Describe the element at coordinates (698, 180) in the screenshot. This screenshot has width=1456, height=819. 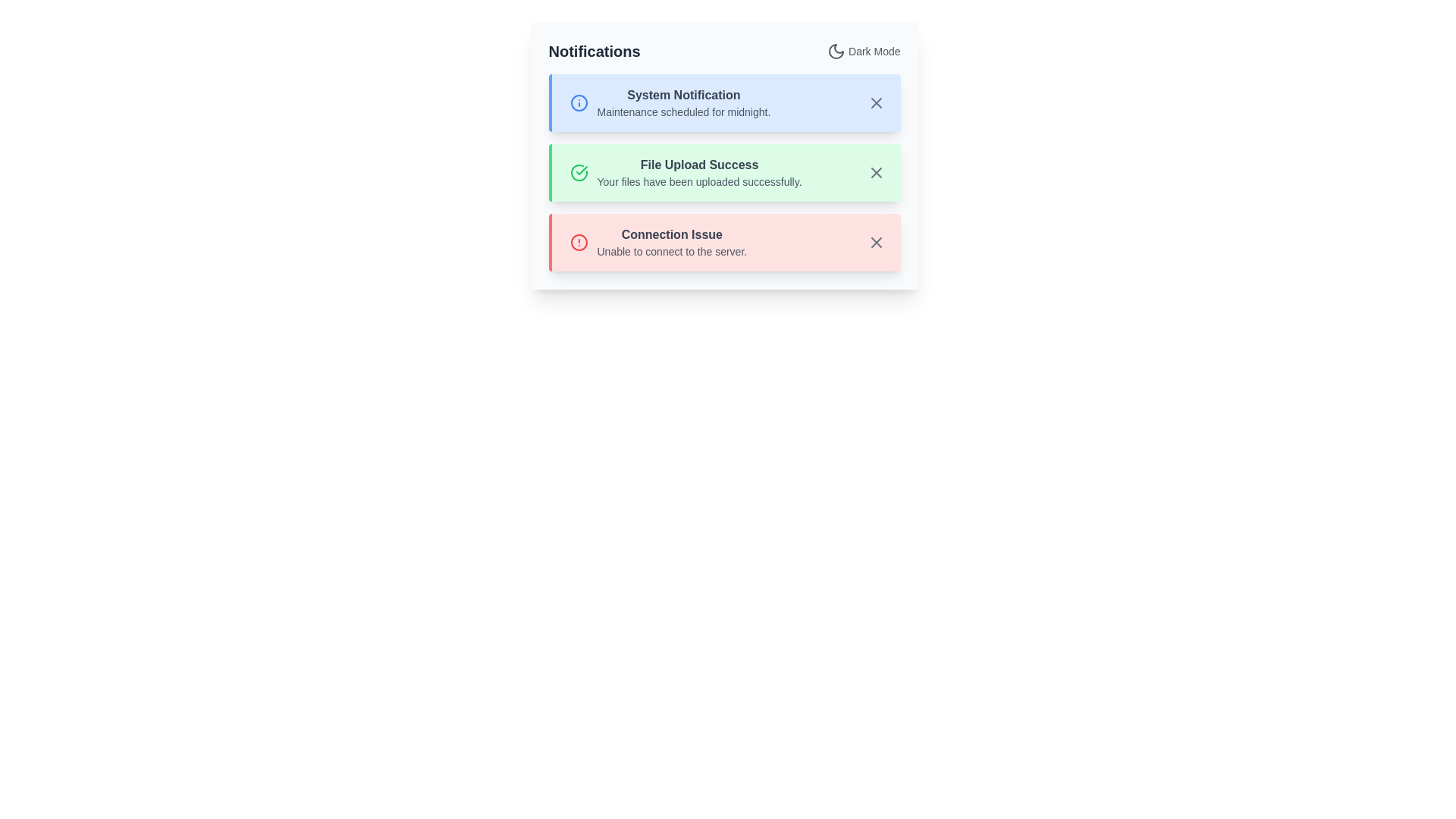
I see `text display that shows 'Your files have been uploaded successfully.' which is located below the heading 'File Upload Success.'` at that location.